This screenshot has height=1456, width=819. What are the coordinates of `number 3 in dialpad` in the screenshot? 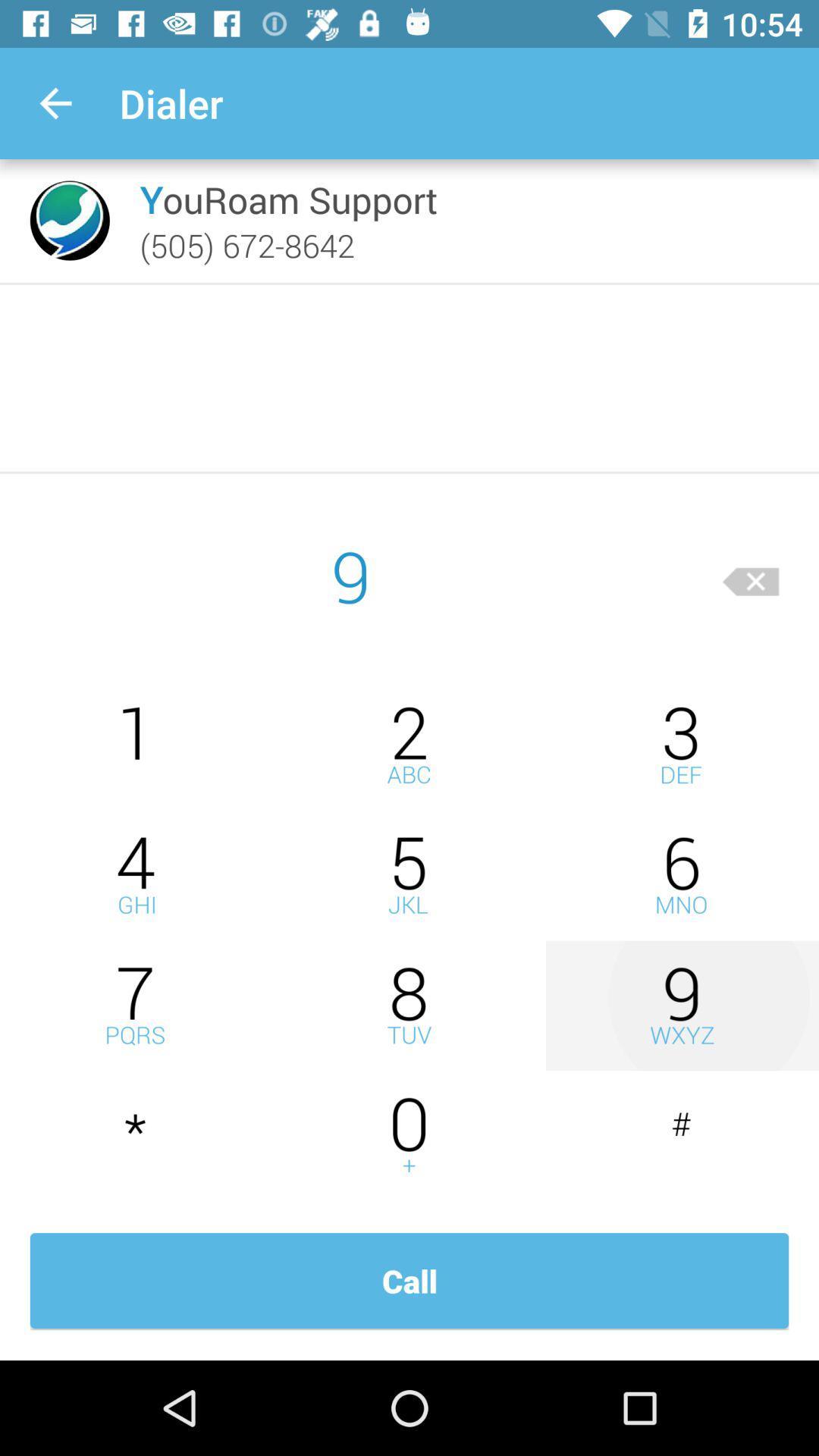 It's located at (681, 745).